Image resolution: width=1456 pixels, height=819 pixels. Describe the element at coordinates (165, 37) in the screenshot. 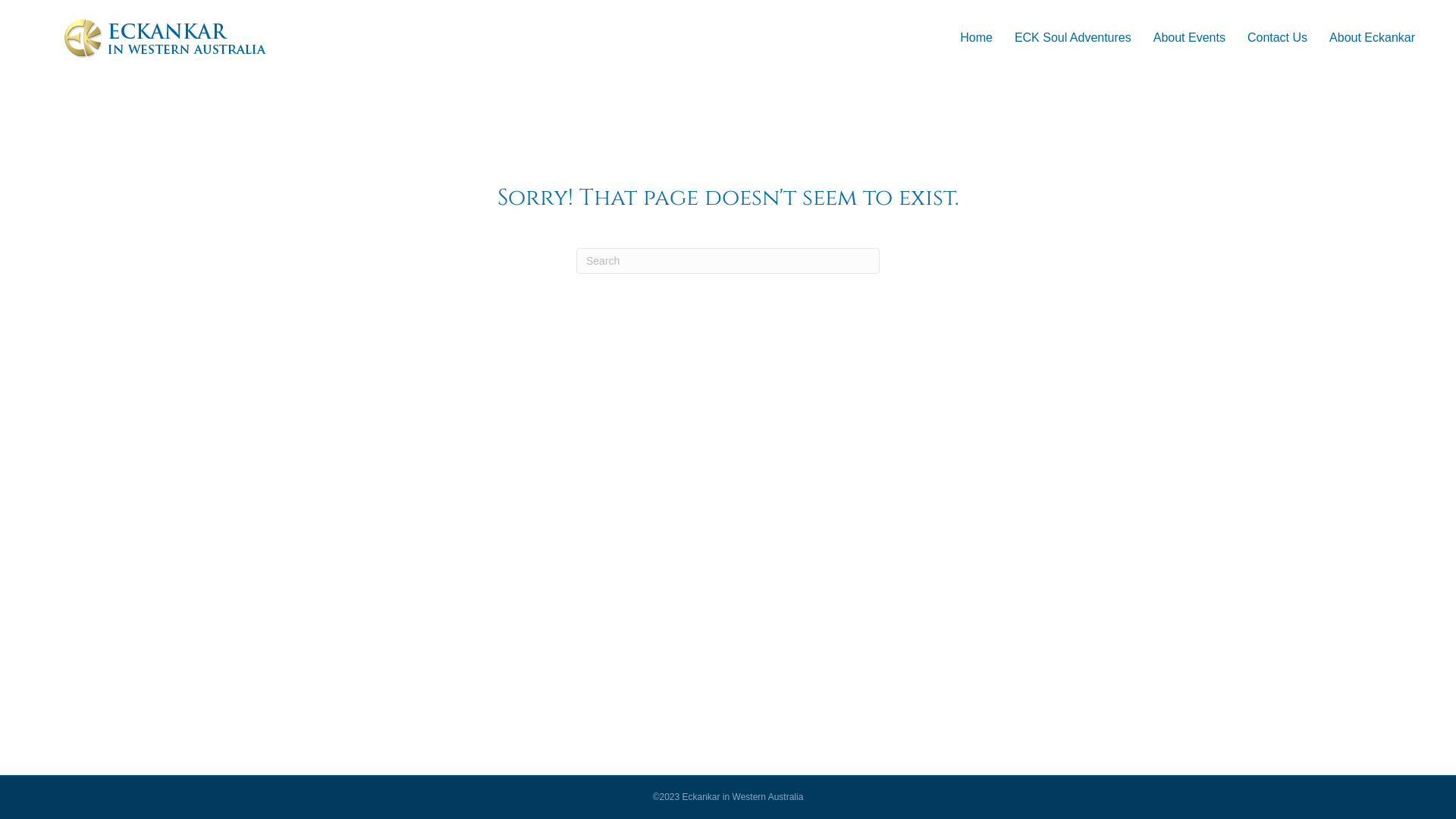

I see `'logo'` at that location.